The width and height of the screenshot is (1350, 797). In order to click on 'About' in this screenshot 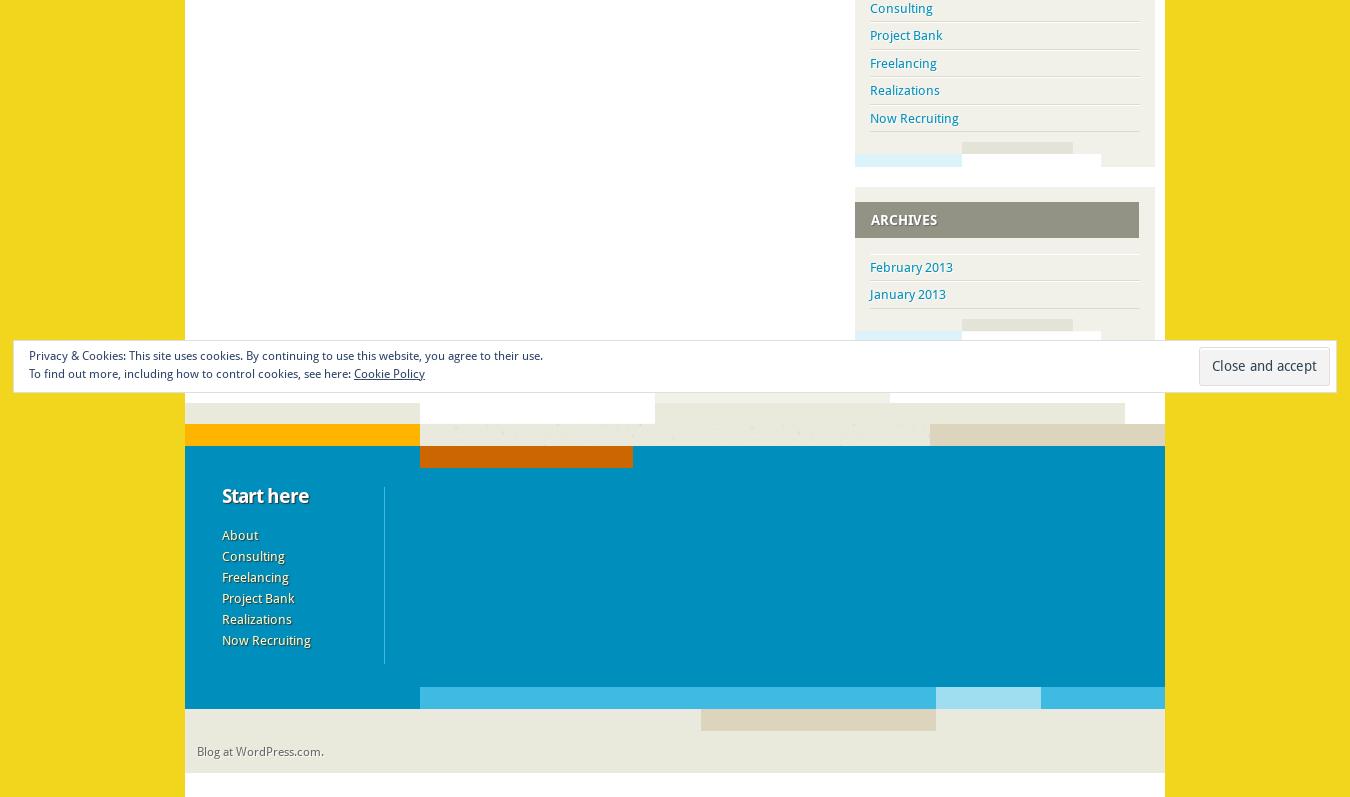, I will do `click(220, 534)`.